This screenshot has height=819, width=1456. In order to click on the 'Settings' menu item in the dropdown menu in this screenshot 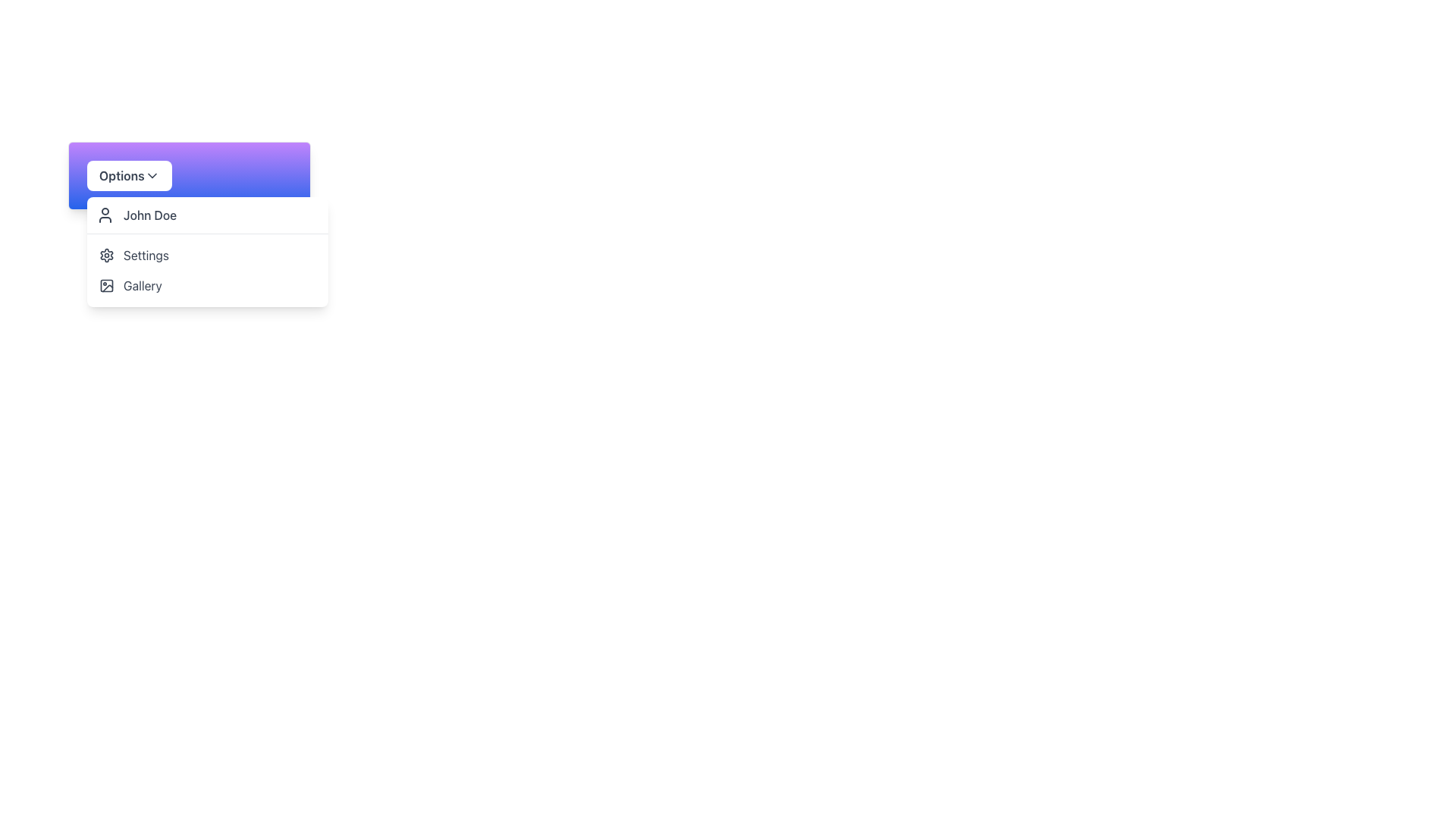, I will do `click(206, 254)`.